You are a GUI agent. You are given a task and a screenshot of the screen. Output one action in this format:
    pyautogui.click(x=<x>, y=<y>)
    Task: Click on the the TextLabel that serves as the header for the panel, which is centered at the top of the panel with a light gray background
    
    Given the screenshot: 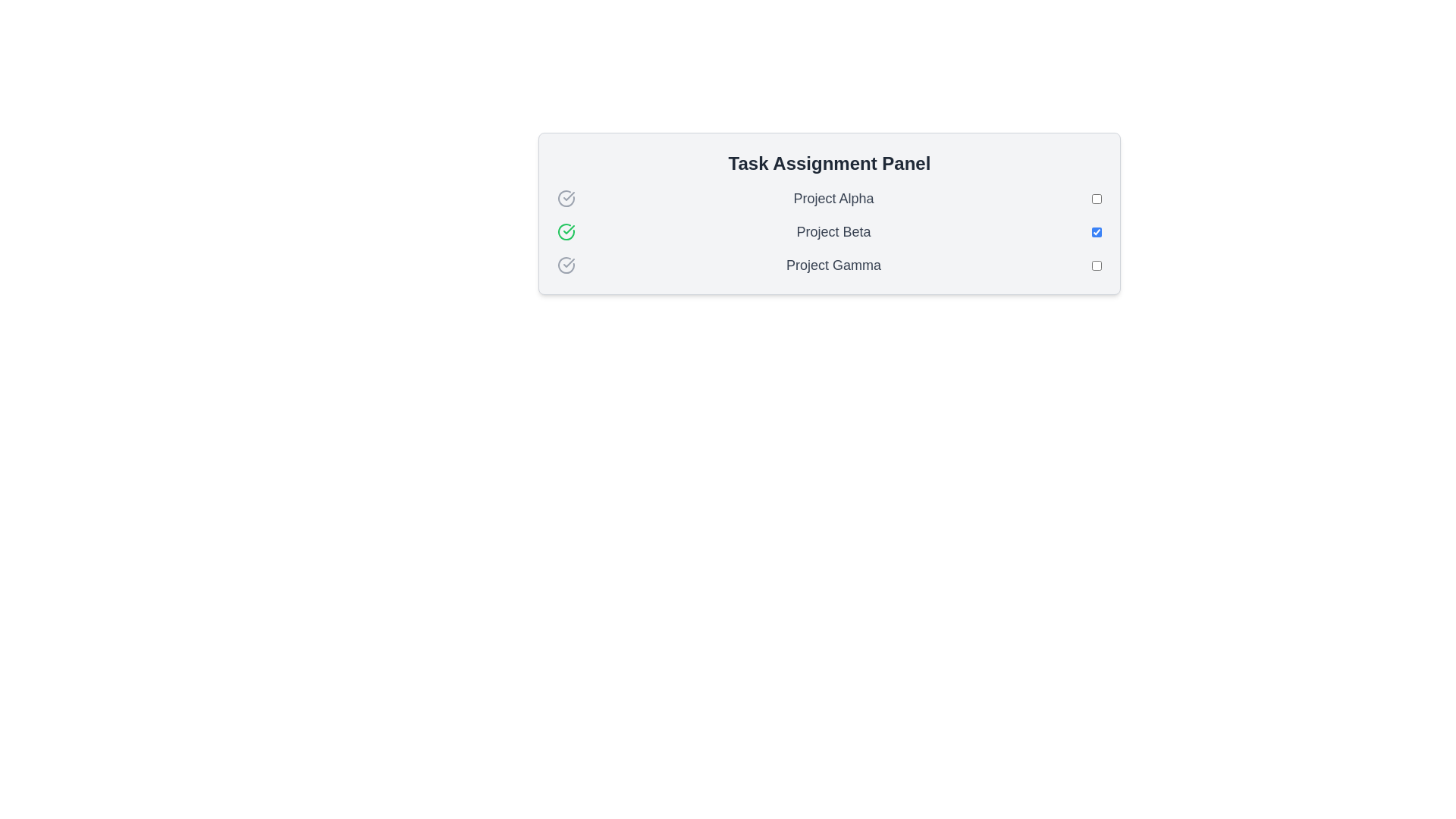 What is the action you would take?
    pyautogui.click(x=829, y=164)
    